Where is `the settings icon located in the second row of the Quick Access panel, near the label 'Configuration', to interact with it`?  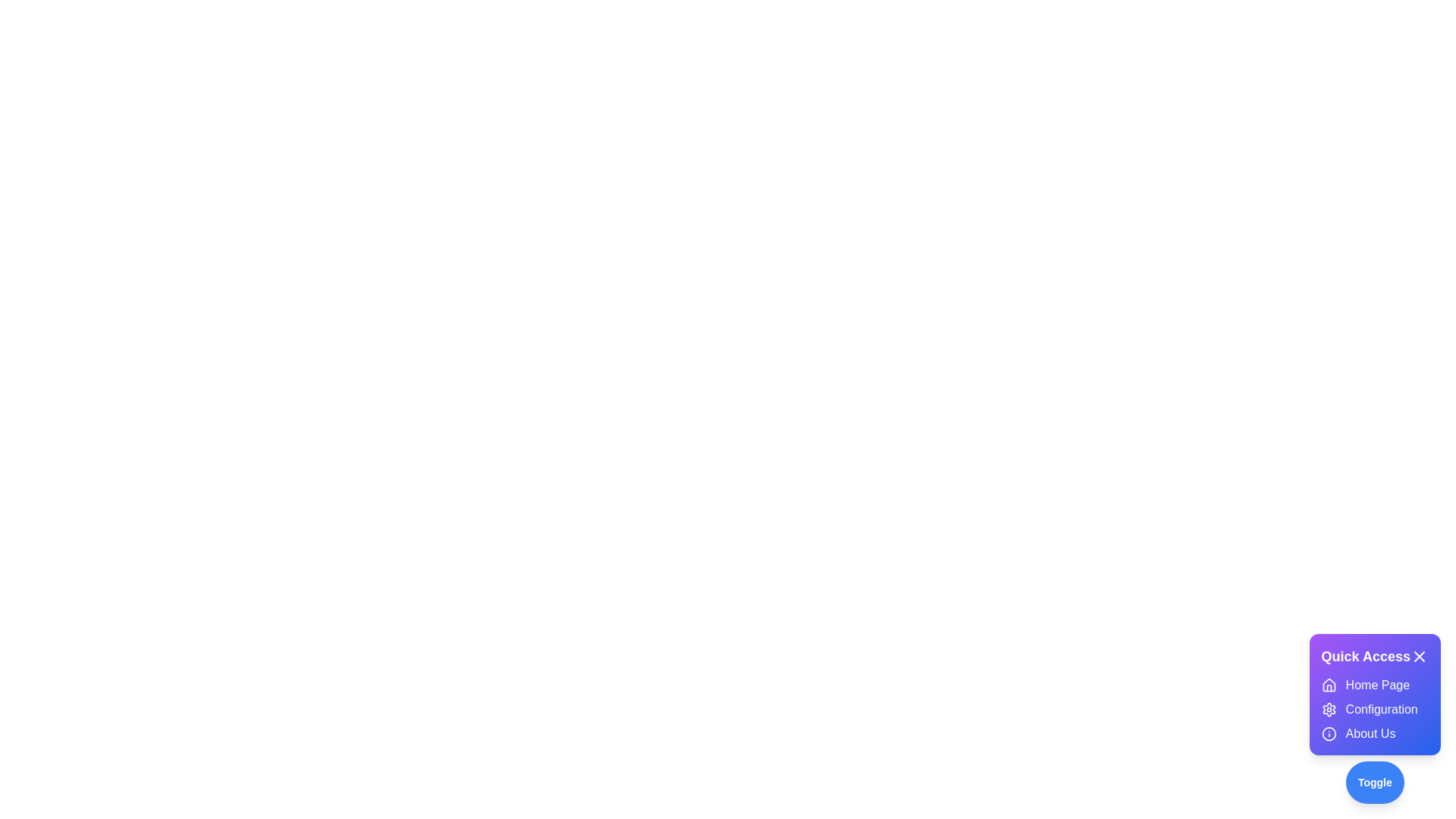
the settings icon located in the second row of the Quick Access panel, near the label 'Configuration', to interact with it is located at coordinates (1328, 710).